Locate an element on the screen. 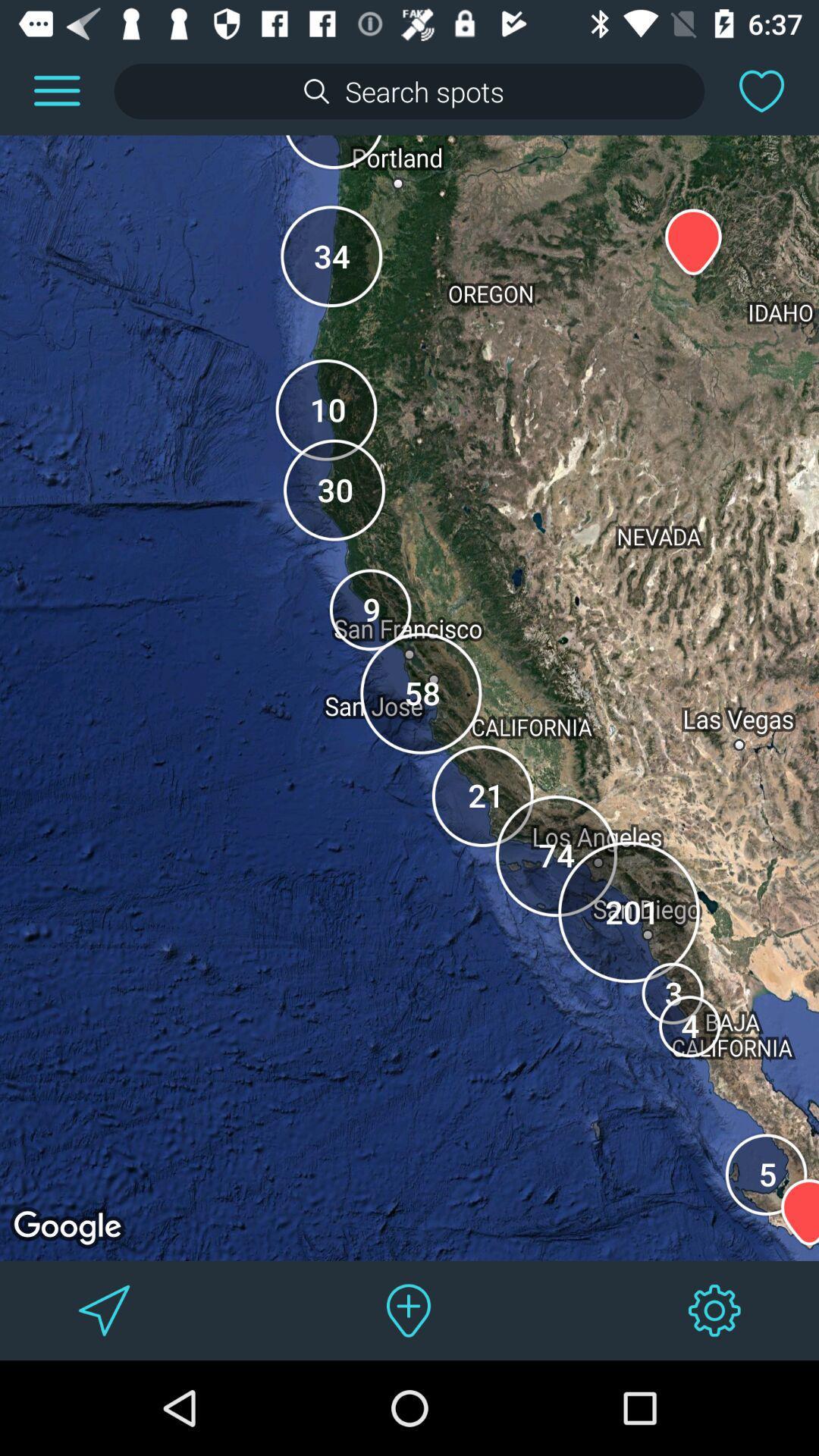  location is located at coordinates (408, 1310).